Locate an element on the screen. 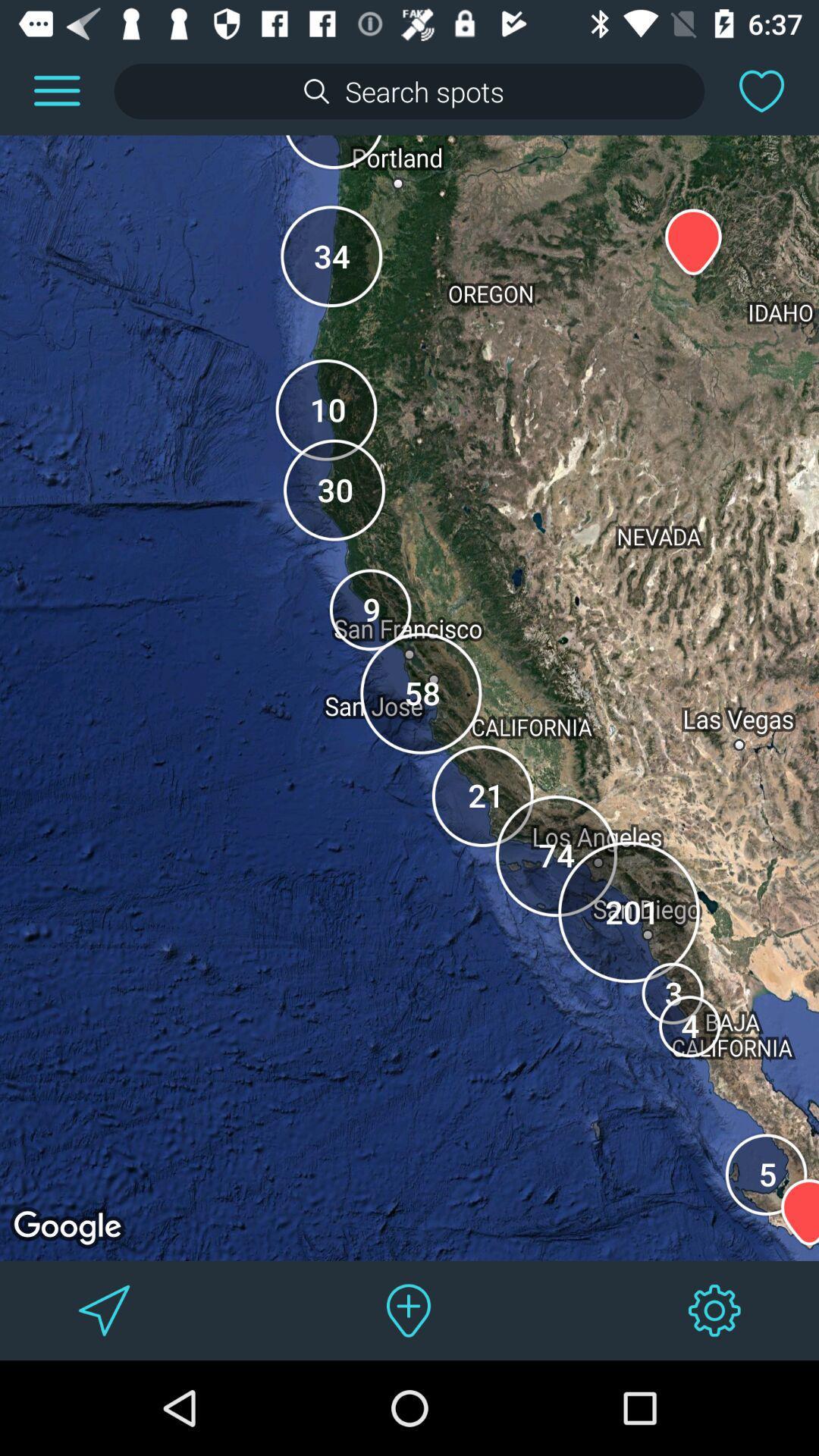  location is located at coordinates (408, 1310).